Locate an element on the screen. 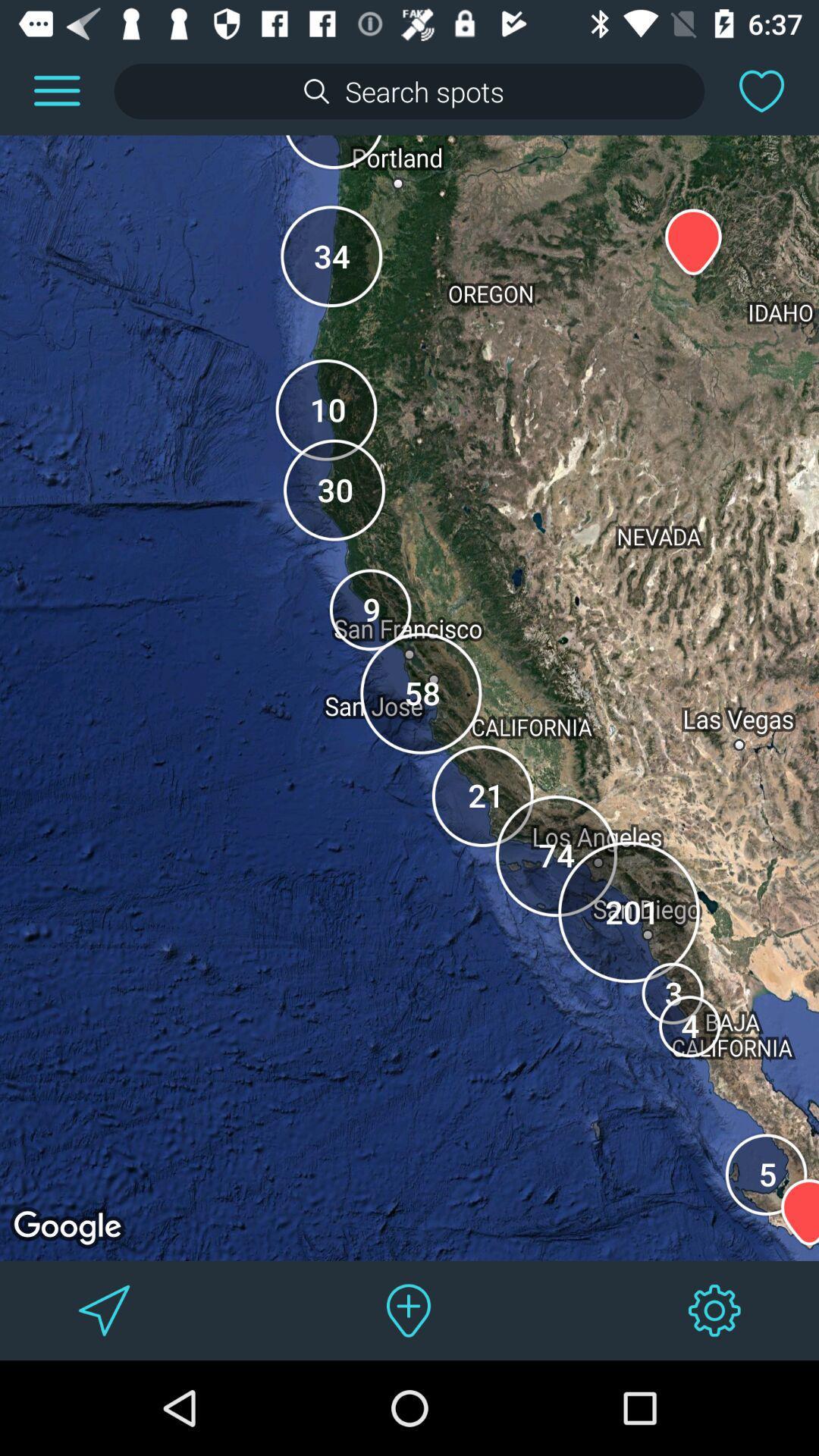  location is located at coordinates (408, 1310).